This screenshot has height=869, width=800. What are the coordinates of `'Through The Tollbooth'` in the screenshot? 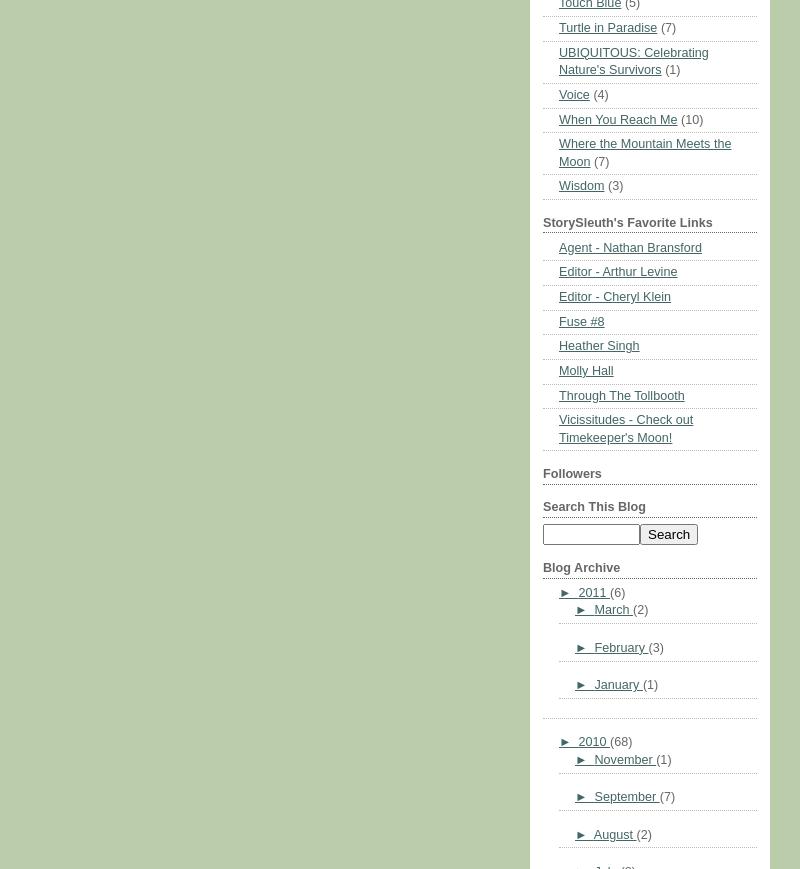 It's located at (621, 393).